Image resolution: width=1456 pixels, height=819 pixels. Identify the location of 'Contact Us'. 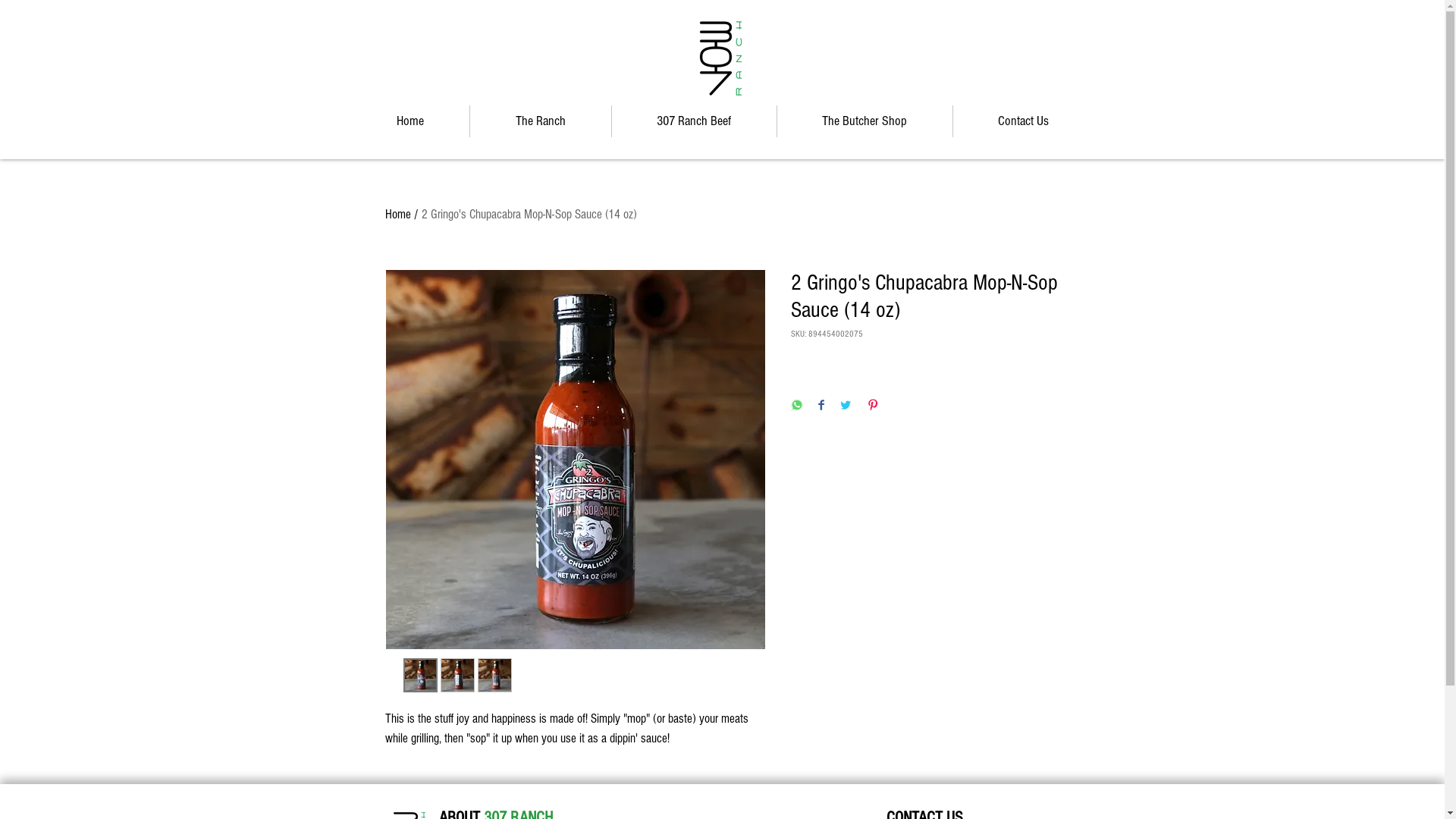
(1022, 120).